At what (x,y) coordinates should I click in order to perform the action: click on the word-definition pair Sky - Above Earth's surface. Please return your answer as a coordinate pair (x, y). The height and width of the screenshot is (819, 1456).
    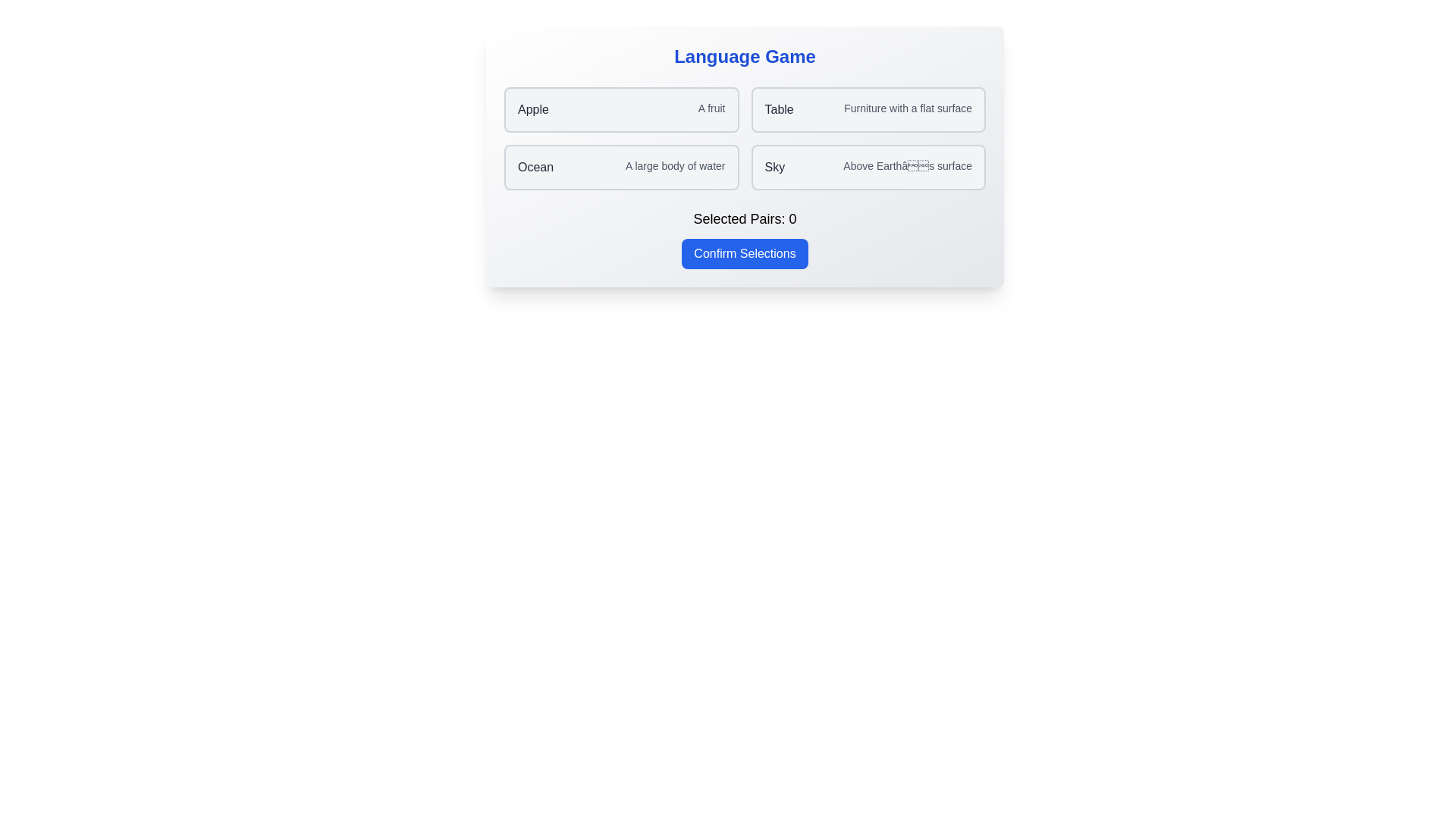
    Looking at the image, I should click on (868, 167).